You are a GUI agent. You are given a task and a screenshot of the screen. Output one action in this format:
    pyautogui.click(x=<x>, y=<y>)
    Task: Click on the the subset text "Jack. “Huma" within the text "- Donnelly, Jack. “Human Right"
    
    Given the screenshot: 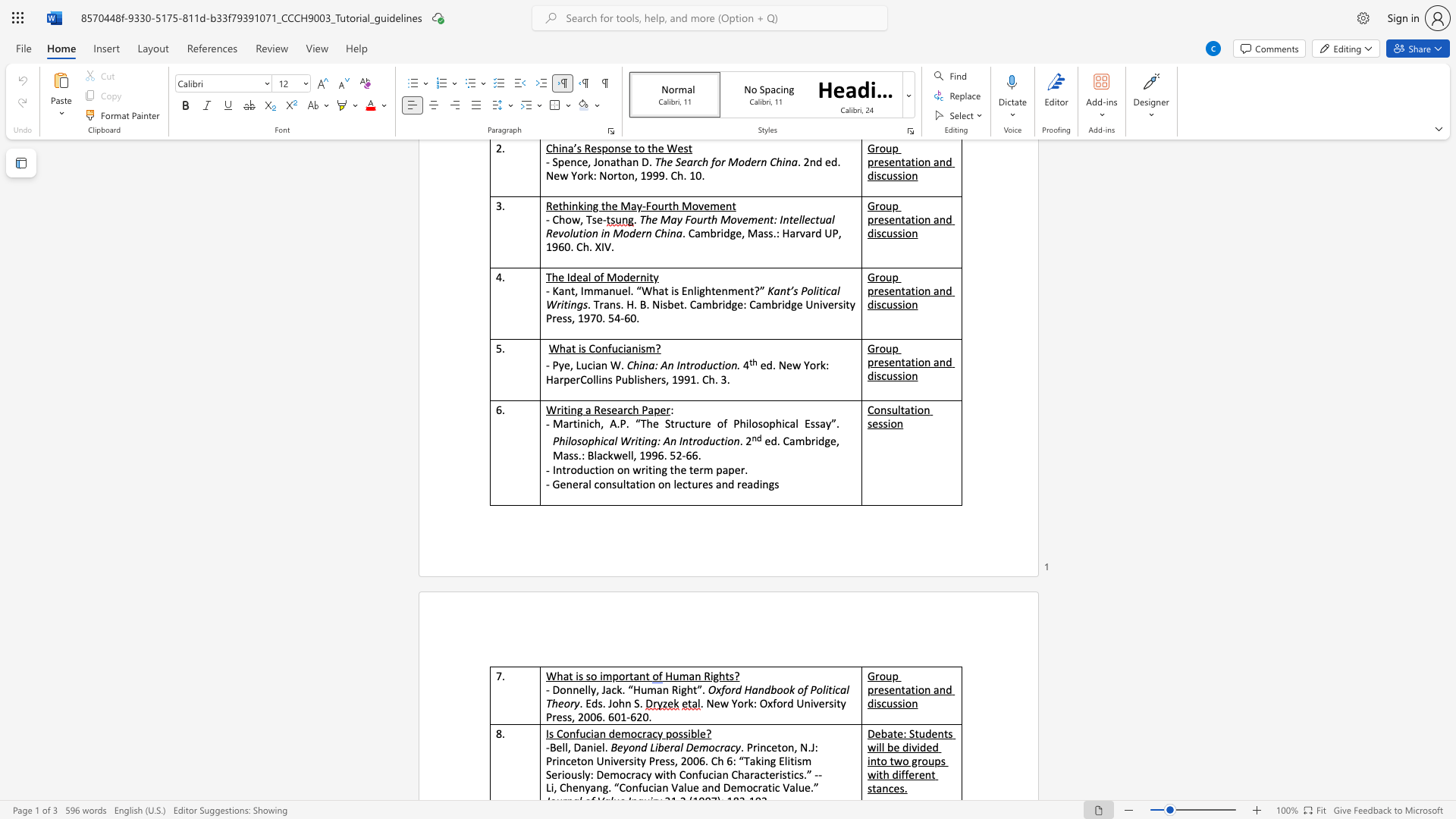 What is the action you would take?
    pyautogui.click(x=601, y=689)
    